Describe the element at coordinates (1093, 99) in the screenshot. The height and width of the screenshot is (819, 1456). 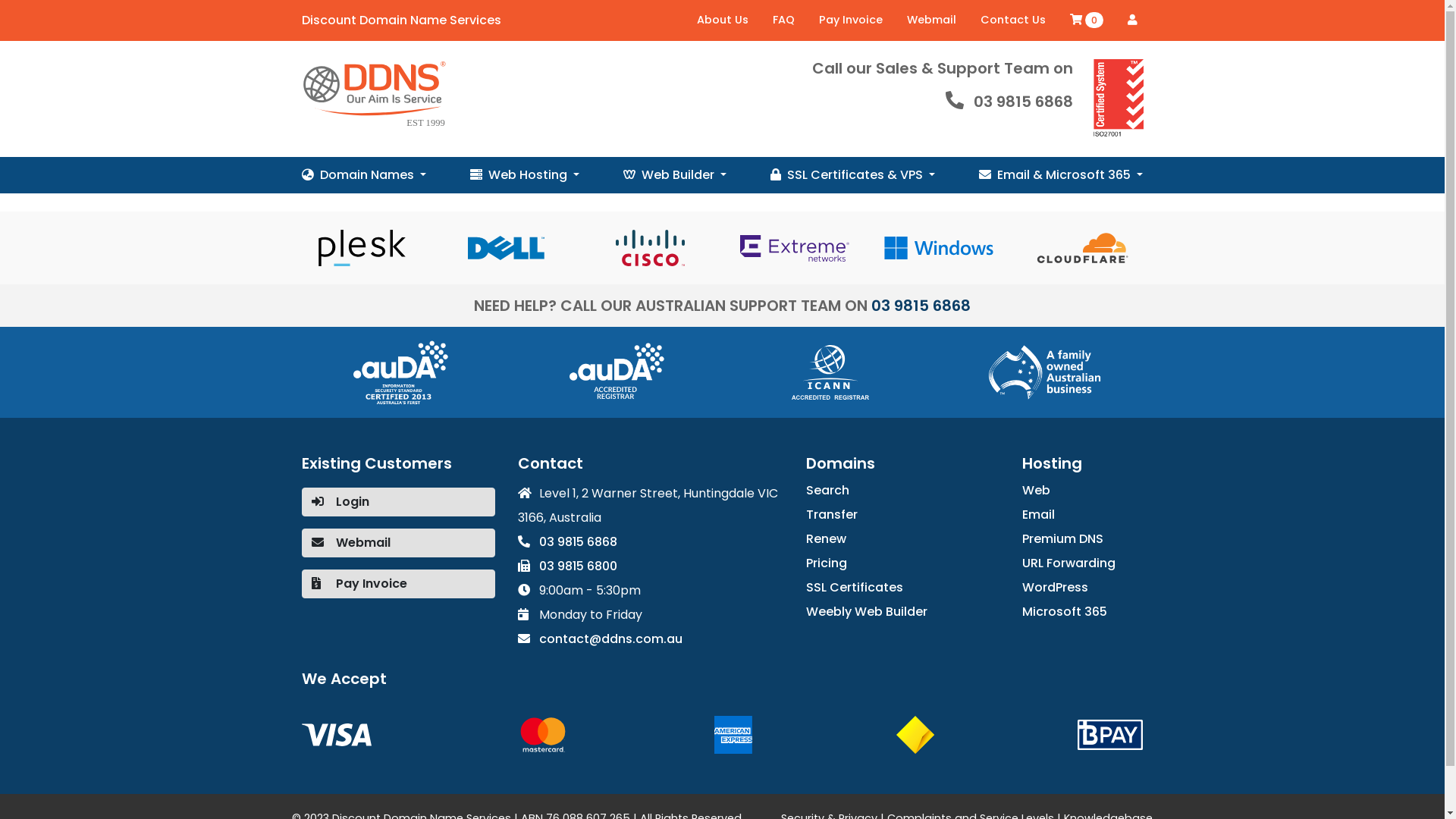
I see `'ISO27001 Data Security Certified'` at that location.